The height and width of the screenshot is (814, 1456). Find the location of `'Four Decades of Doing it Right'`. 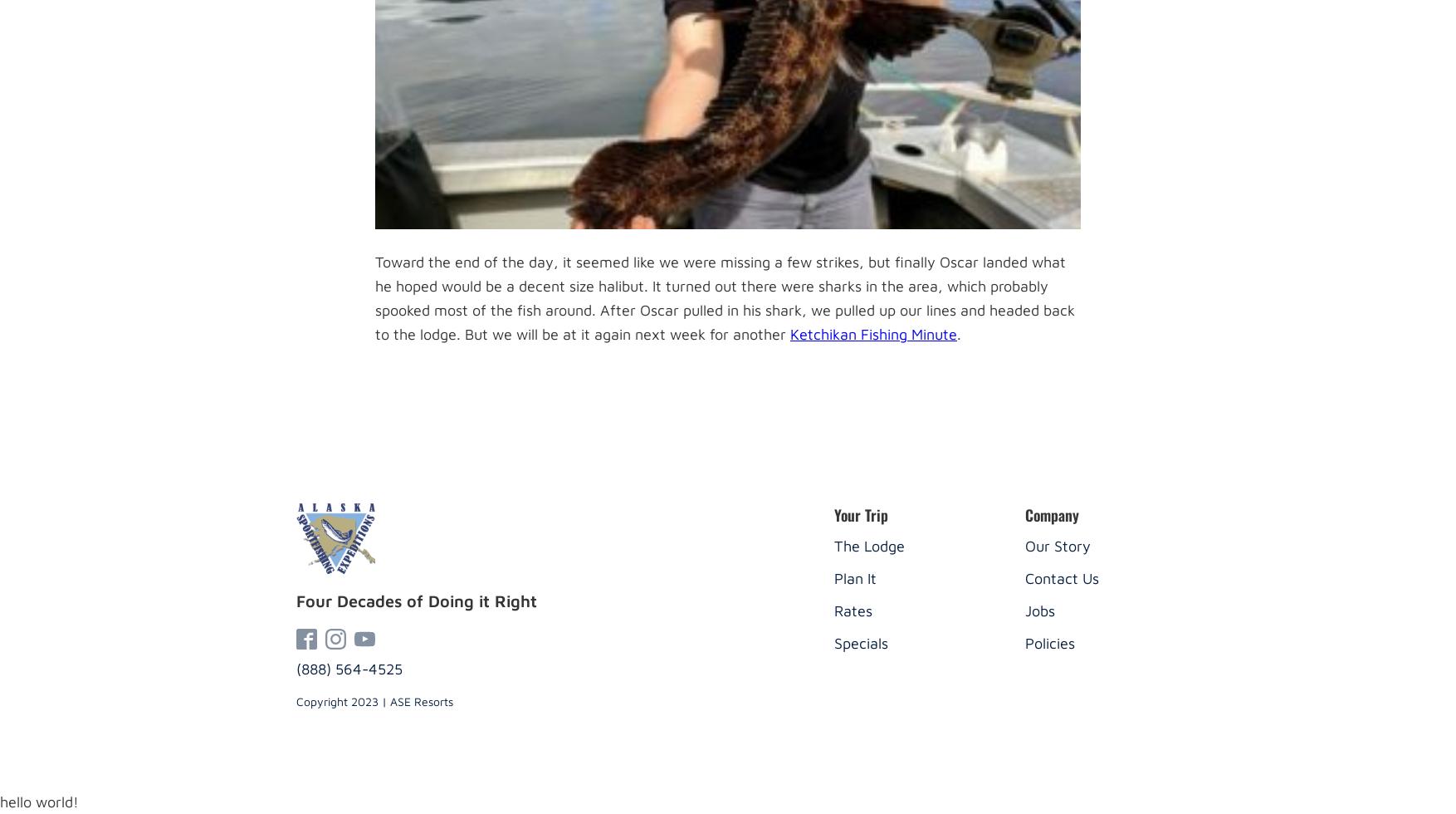

'Four Decades of Doing it Right' is located at coordinates (415, 600).